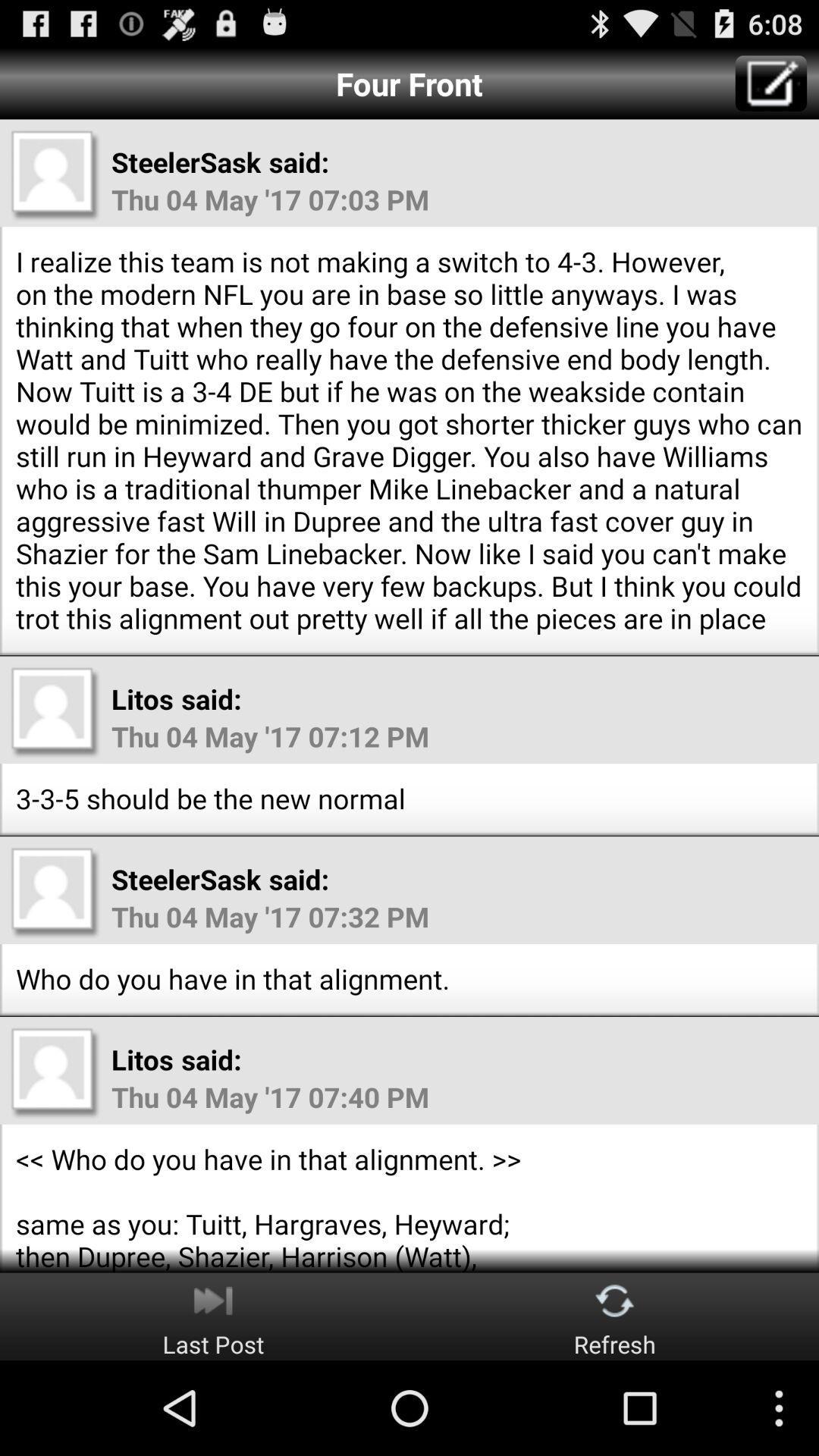 This screenshot has height=1456, width=819. Describe the element at coordinates (615, 1316) in the screenshot. I see `refresh button` at that location.